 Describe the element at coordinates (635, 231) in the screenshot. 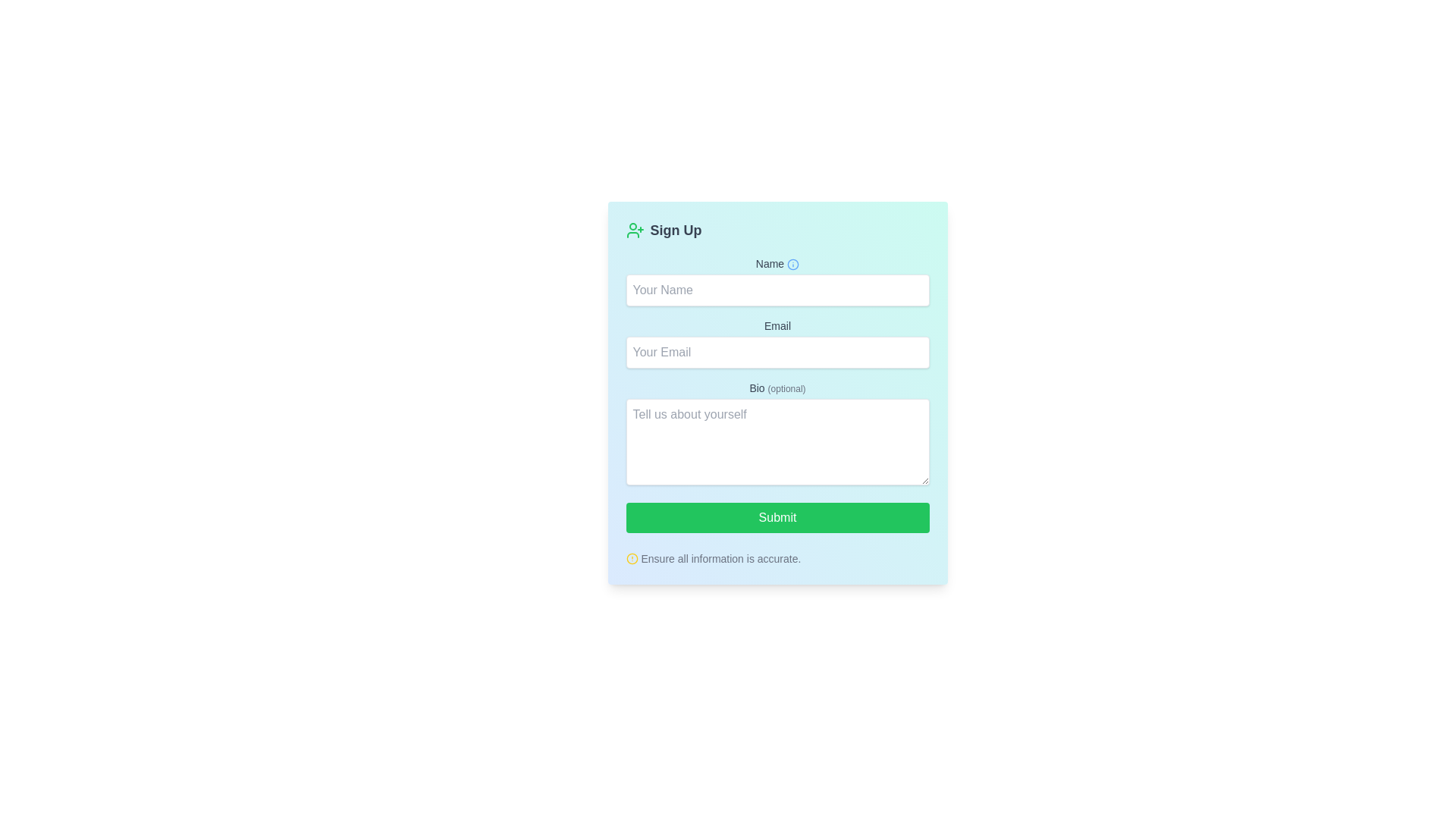

I see `the user registration icon located at the top-left corner of the card's header, preceding the 'Sign Up' text` at that location.